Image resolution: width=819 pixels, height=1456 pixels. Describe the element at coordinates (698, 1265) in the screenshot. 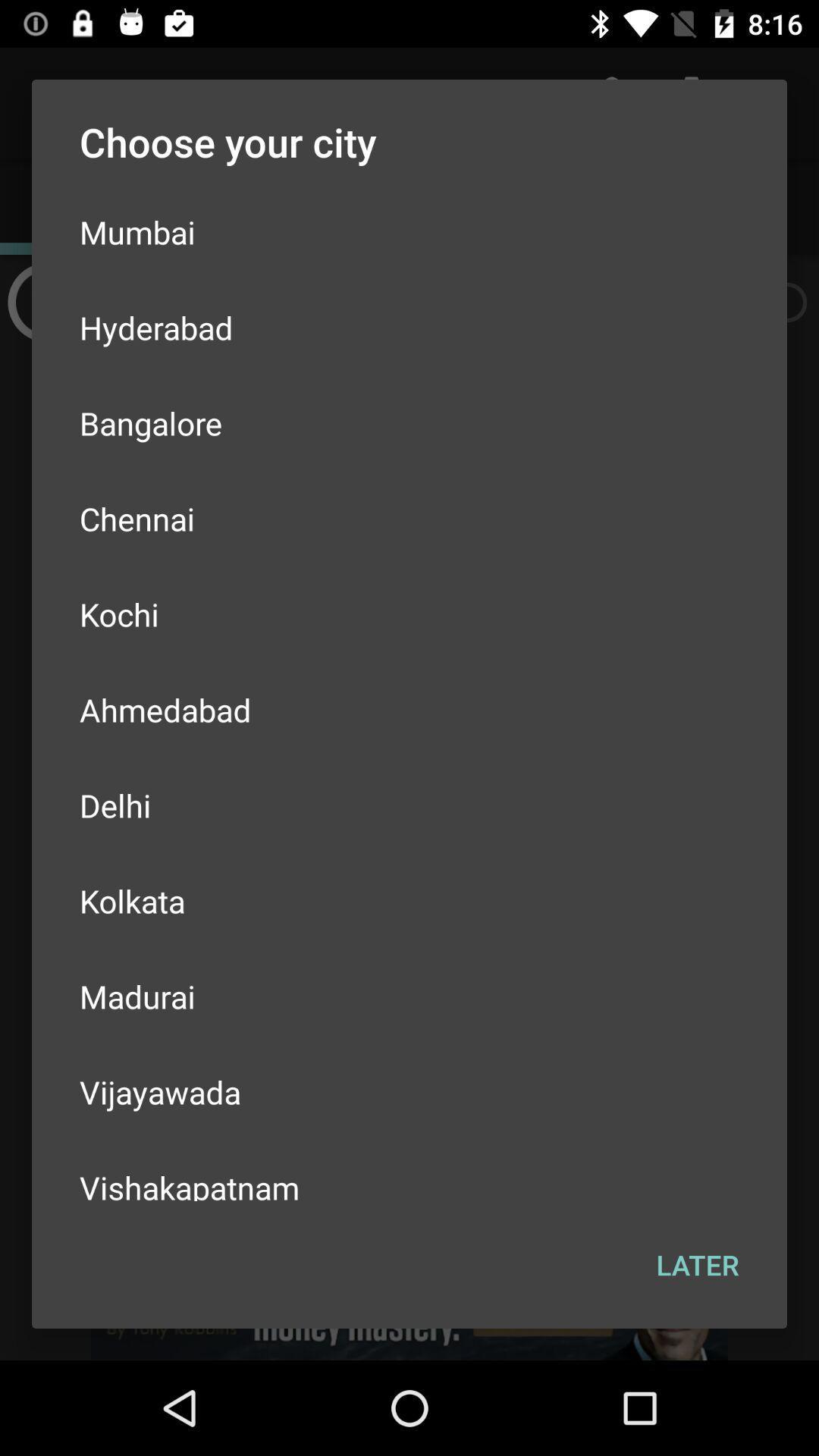

I see `icon at the bottom right corner` at that location.